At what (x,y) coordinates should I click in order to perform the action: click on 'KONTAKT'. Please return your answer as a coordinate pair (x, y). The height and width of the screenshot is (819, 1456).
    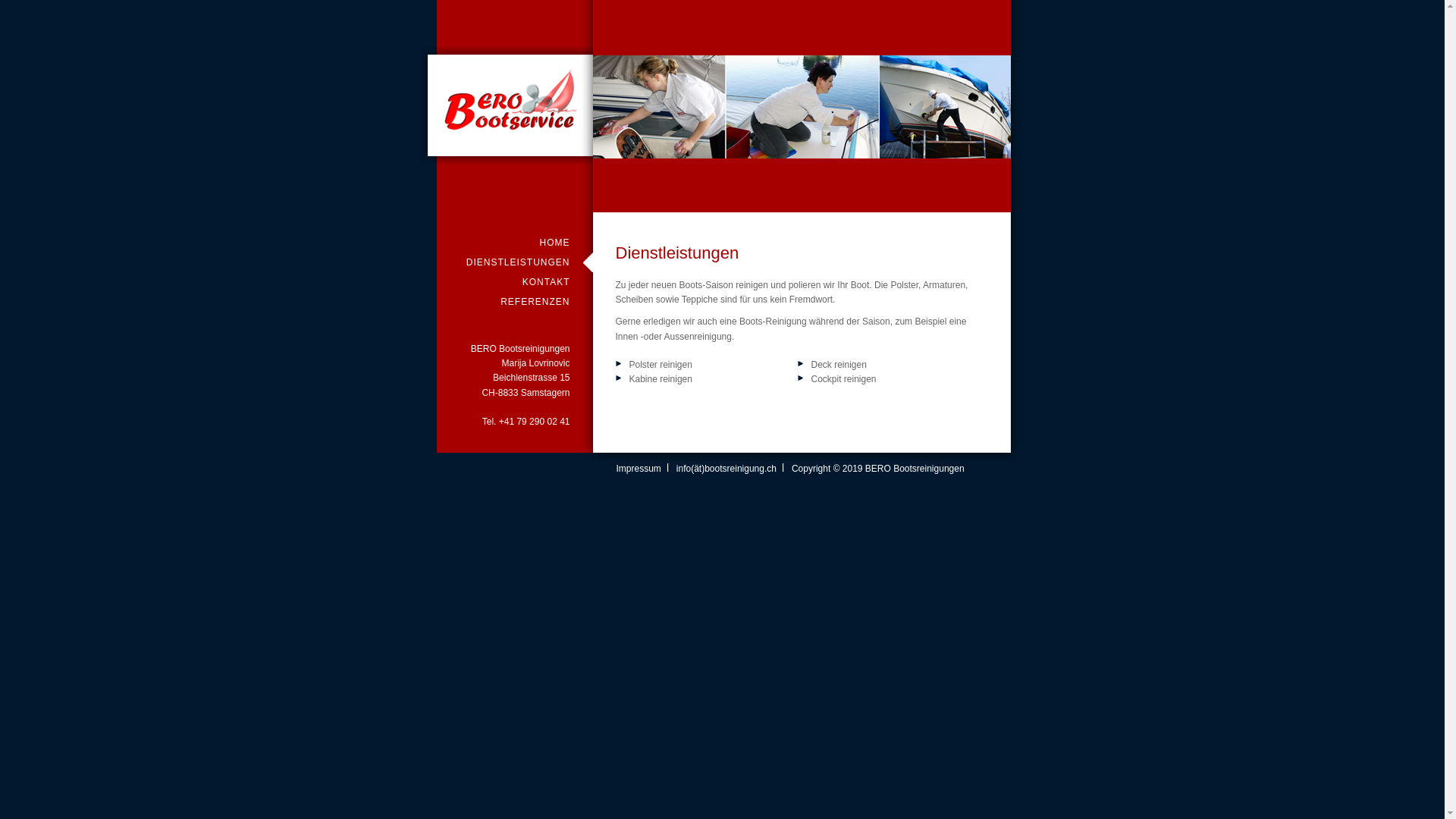
    Looking at the image, I should click on (514, 281).